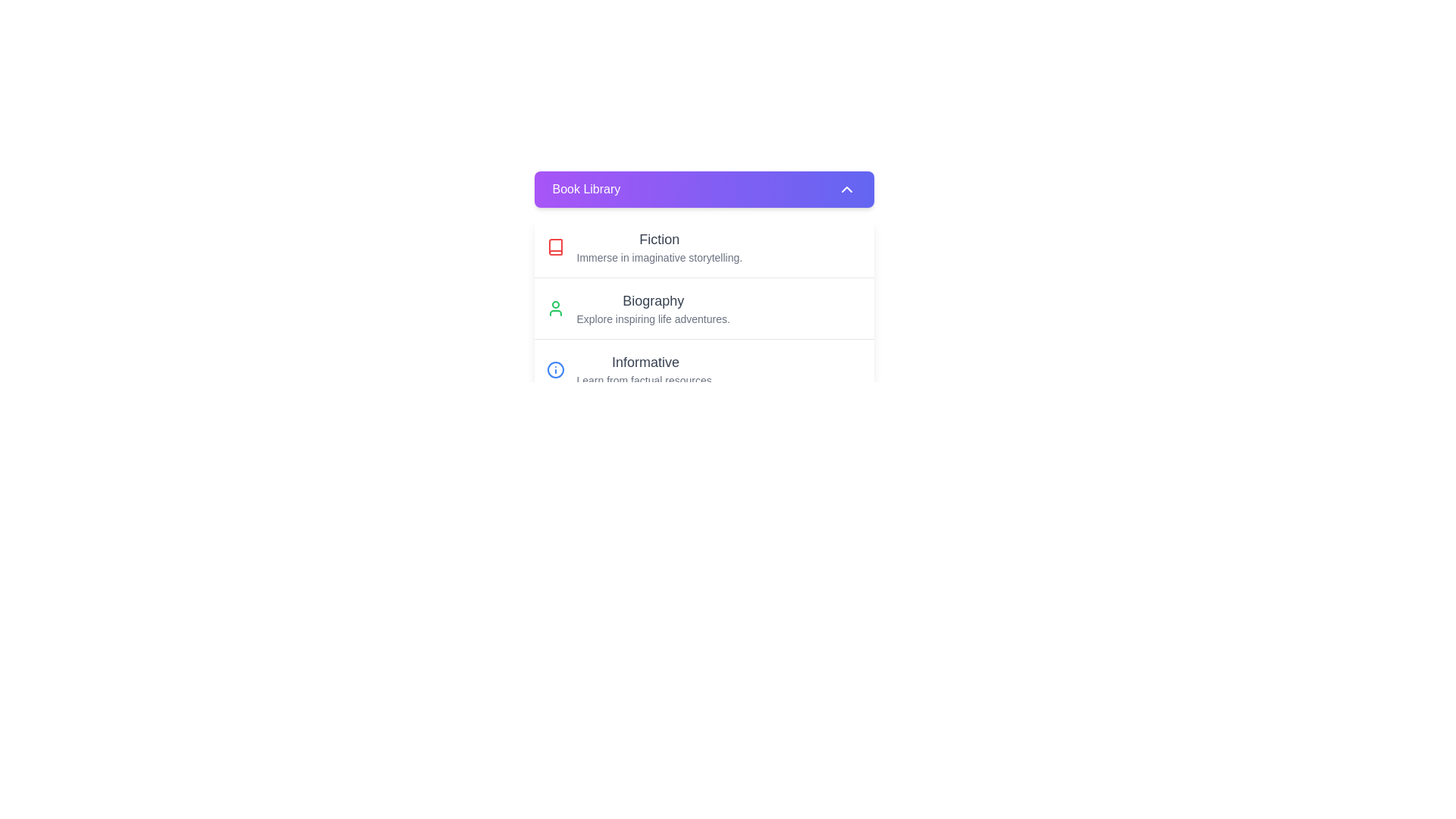 The width and height of the screenshot is (1456, 819). What do you see at coordinates (653, 301) in the screenshot?
I see `the static text element that serves as a category title or header, located in the middle-right section of the interface` at bounding box center [653, 301].